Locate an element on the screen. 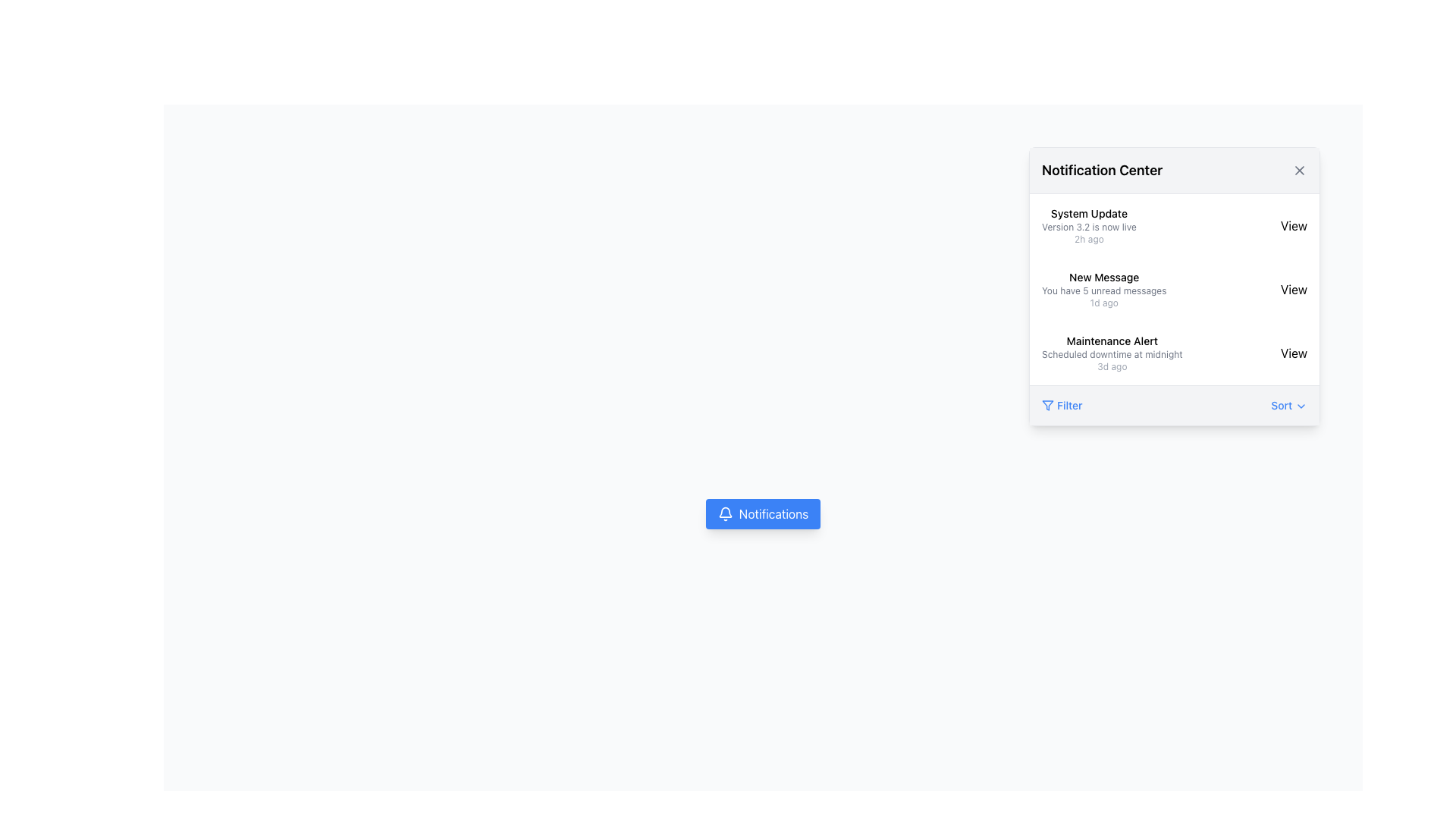  the chevron-down icon is located at coordinates (1301, 406).